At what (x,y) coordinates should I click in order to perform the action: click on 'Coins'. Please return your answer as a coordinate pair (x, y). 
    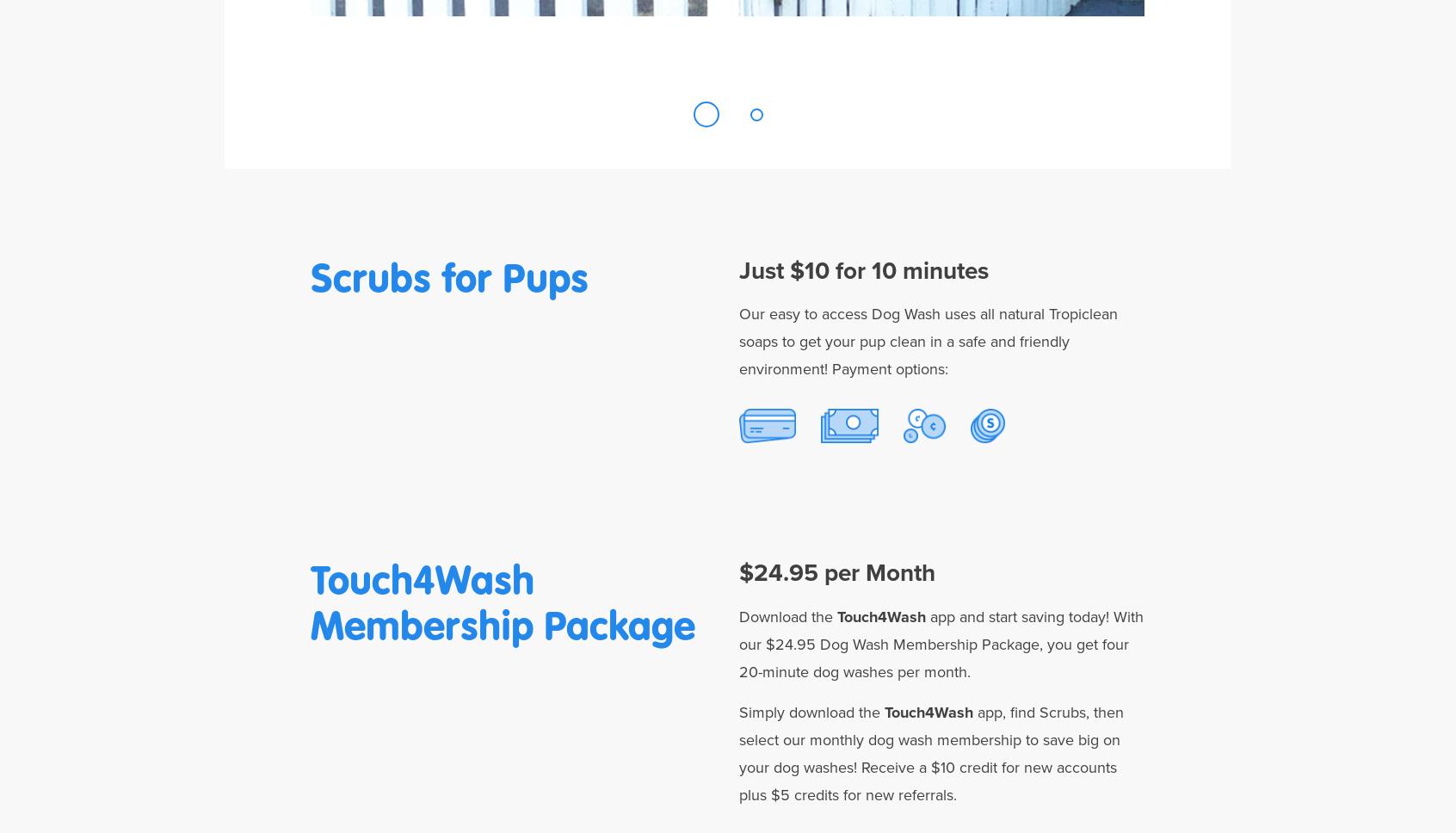
    Looking at the image, I should click on (924, 483).